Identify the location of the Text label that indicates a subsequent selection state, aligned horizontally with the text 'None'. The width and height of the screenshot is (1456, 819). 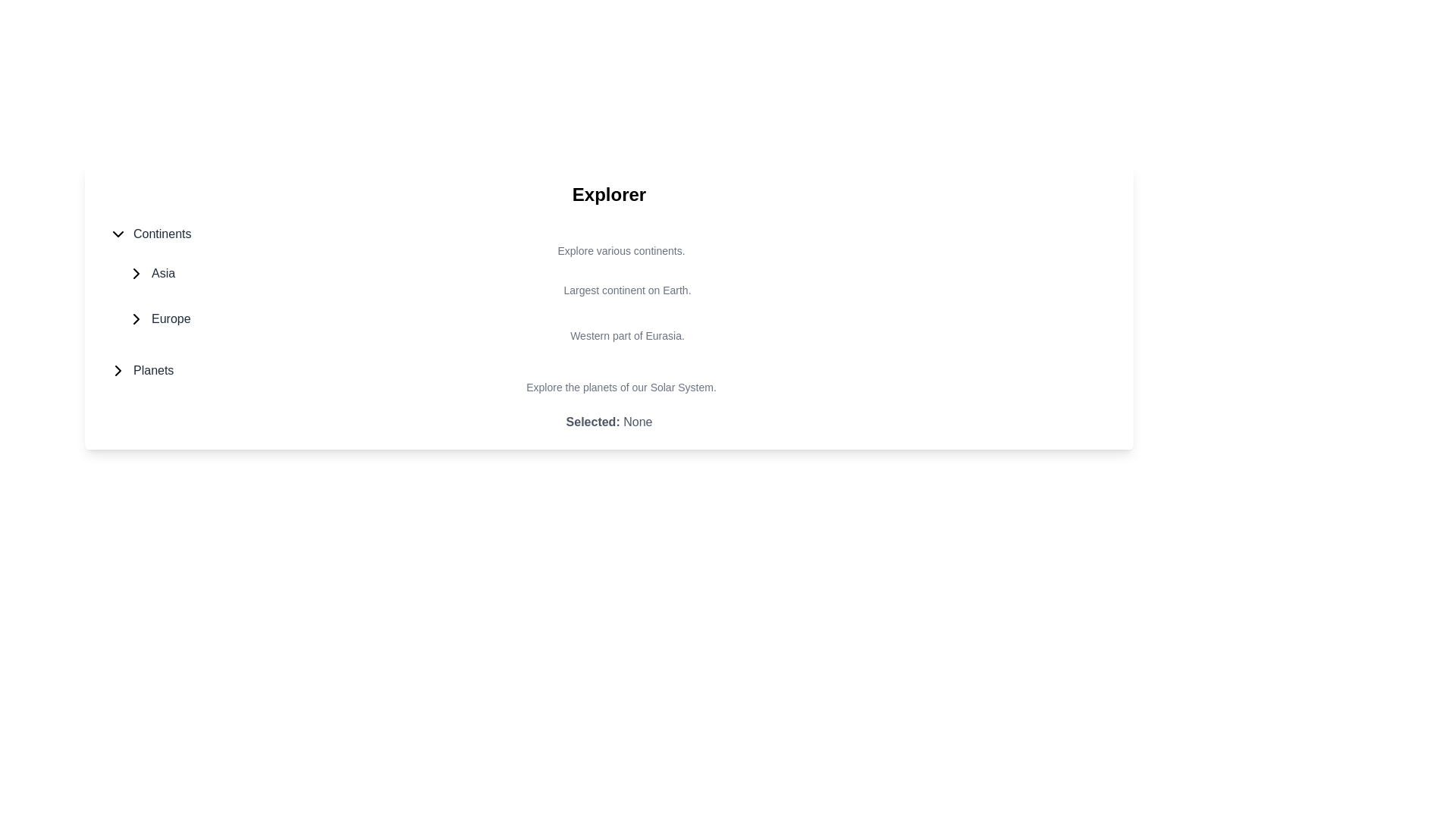
(592, 422).